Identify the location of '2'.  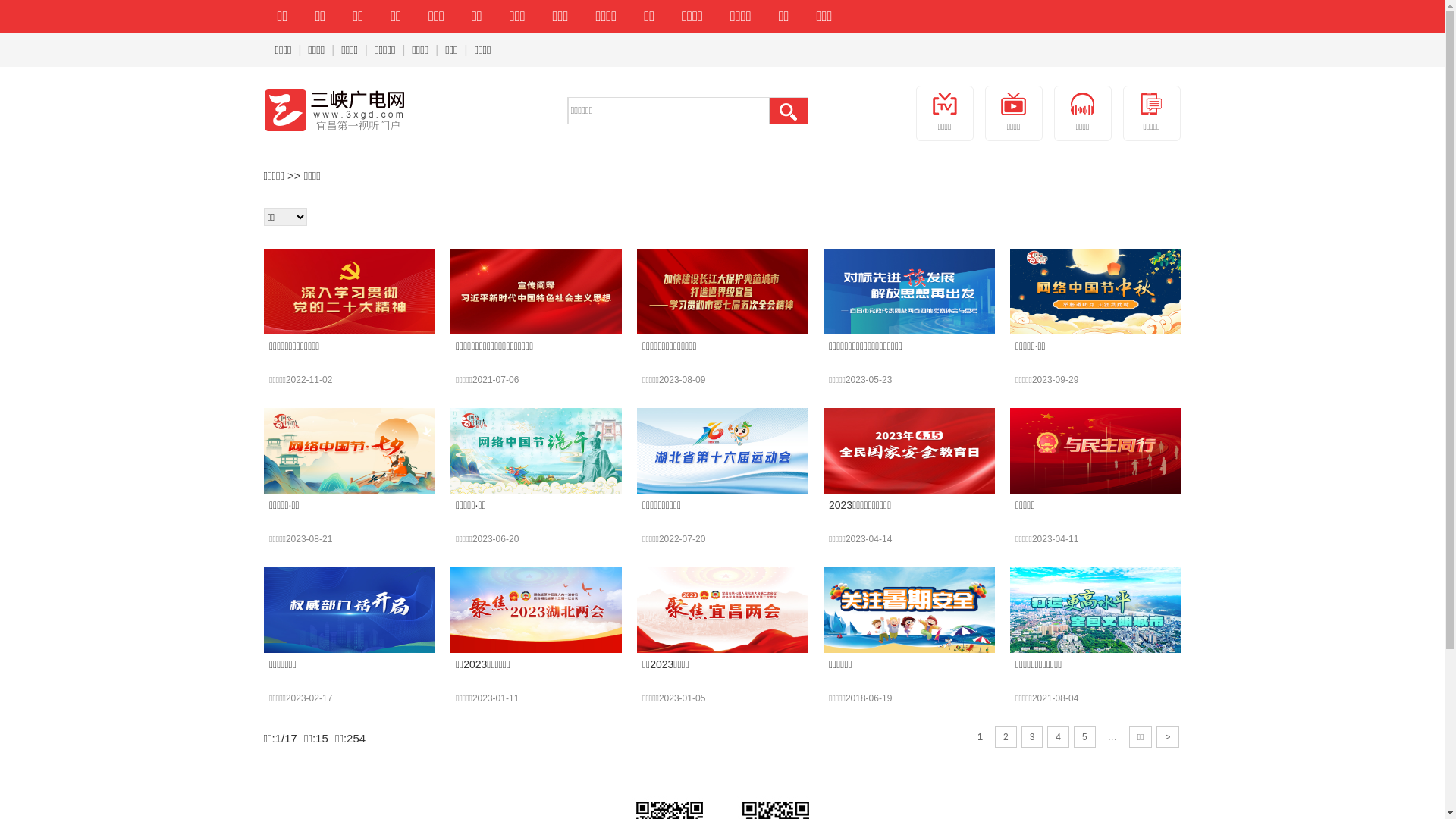
(994, 736).